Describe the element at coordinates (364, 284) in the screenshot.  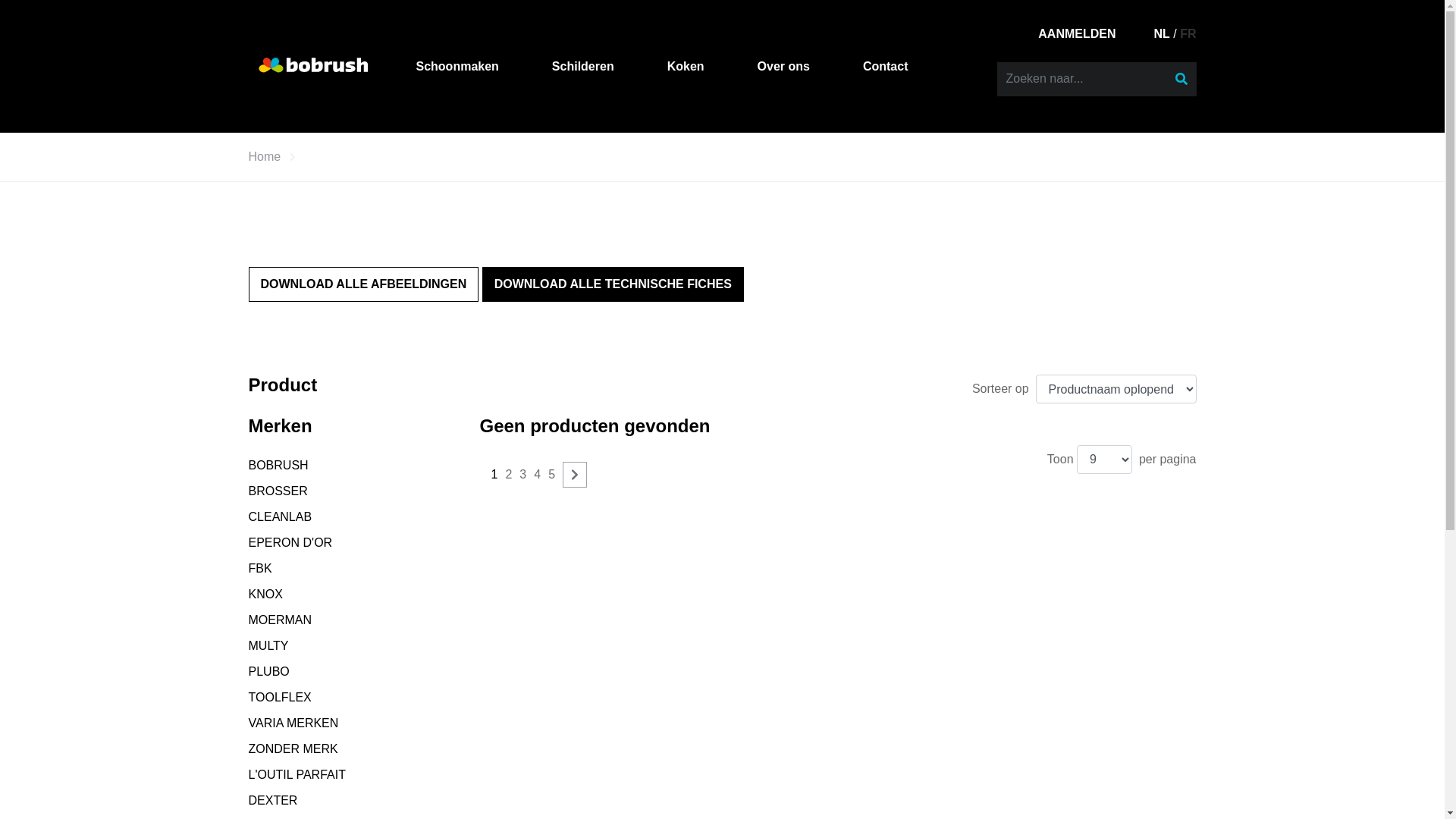
I see `'DOWNLOAD ALLE AFBEELDINGEN'` at that location.